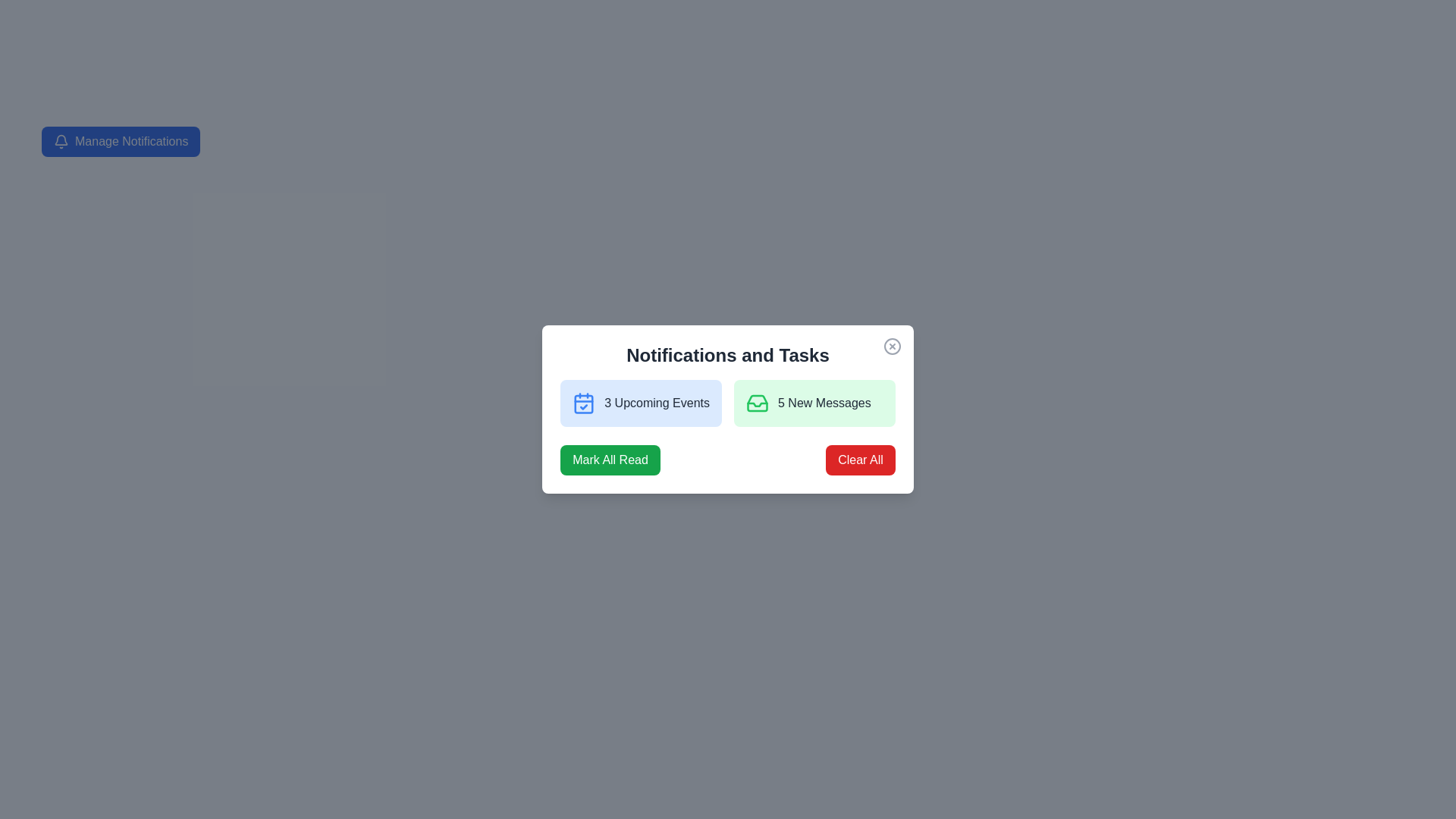 The image size is (1456, 819). I want to click on the calendar icon within the 'Notifications and Tasks' notification card, which precedes the text '3 Upcoming Events', so click(583, 403).